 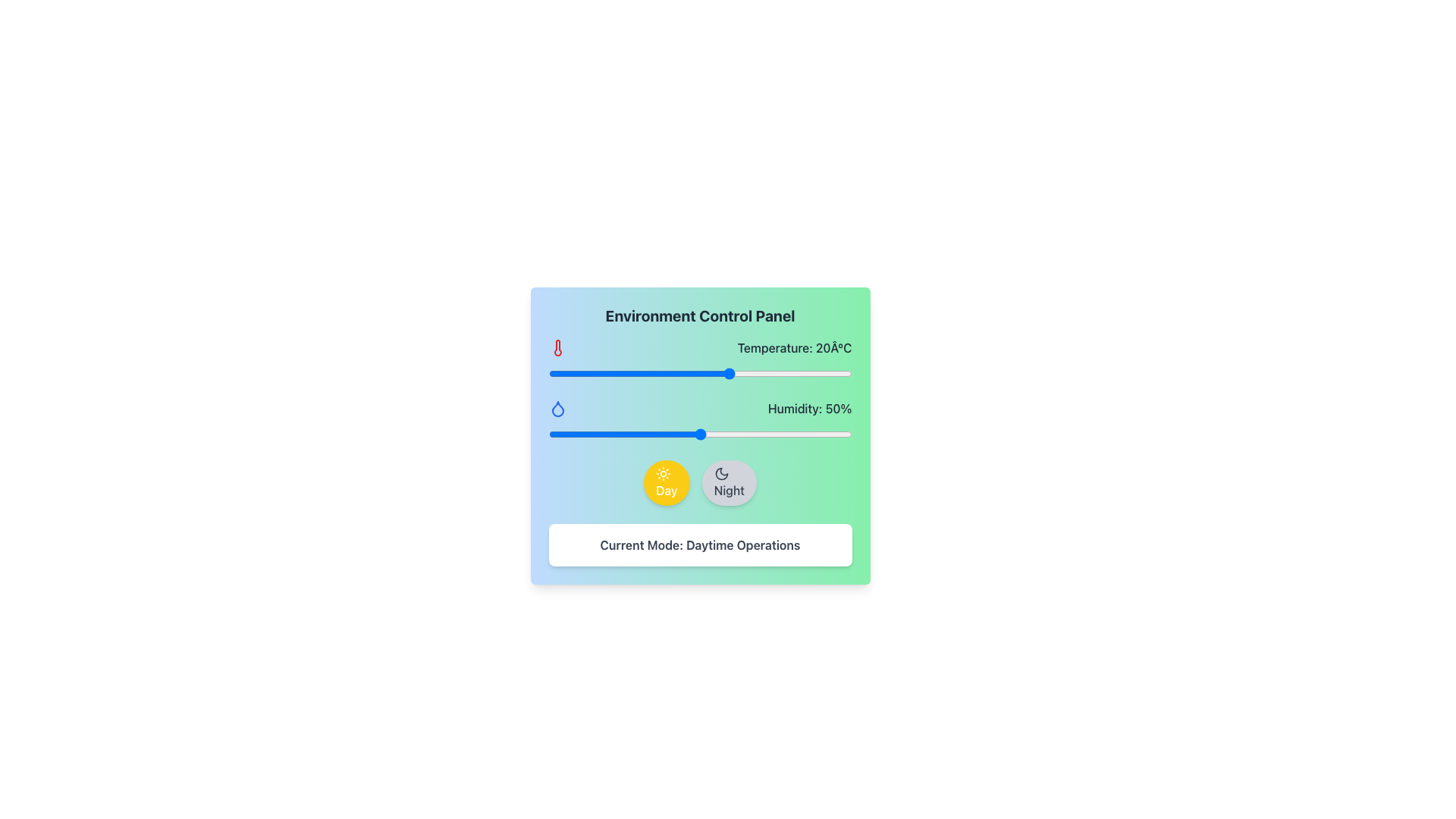 What do you see at coordinates (699, 435) in the screenshot?
I see `the handle of the horizontal humidity slider located below the text 'Humidity: 50%'` at bounding box center [699, 435].